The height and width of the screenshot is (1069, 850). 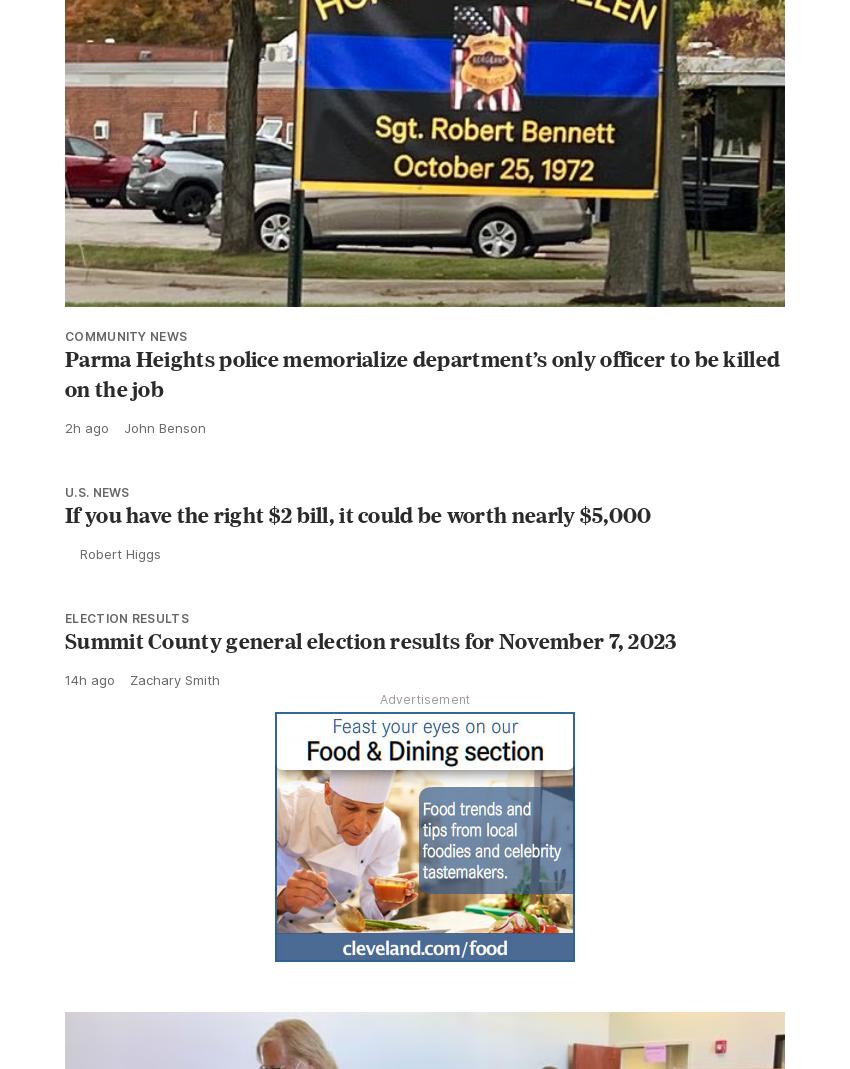 I want to click on 'Zachary Smith', so click(x=174, y=678).